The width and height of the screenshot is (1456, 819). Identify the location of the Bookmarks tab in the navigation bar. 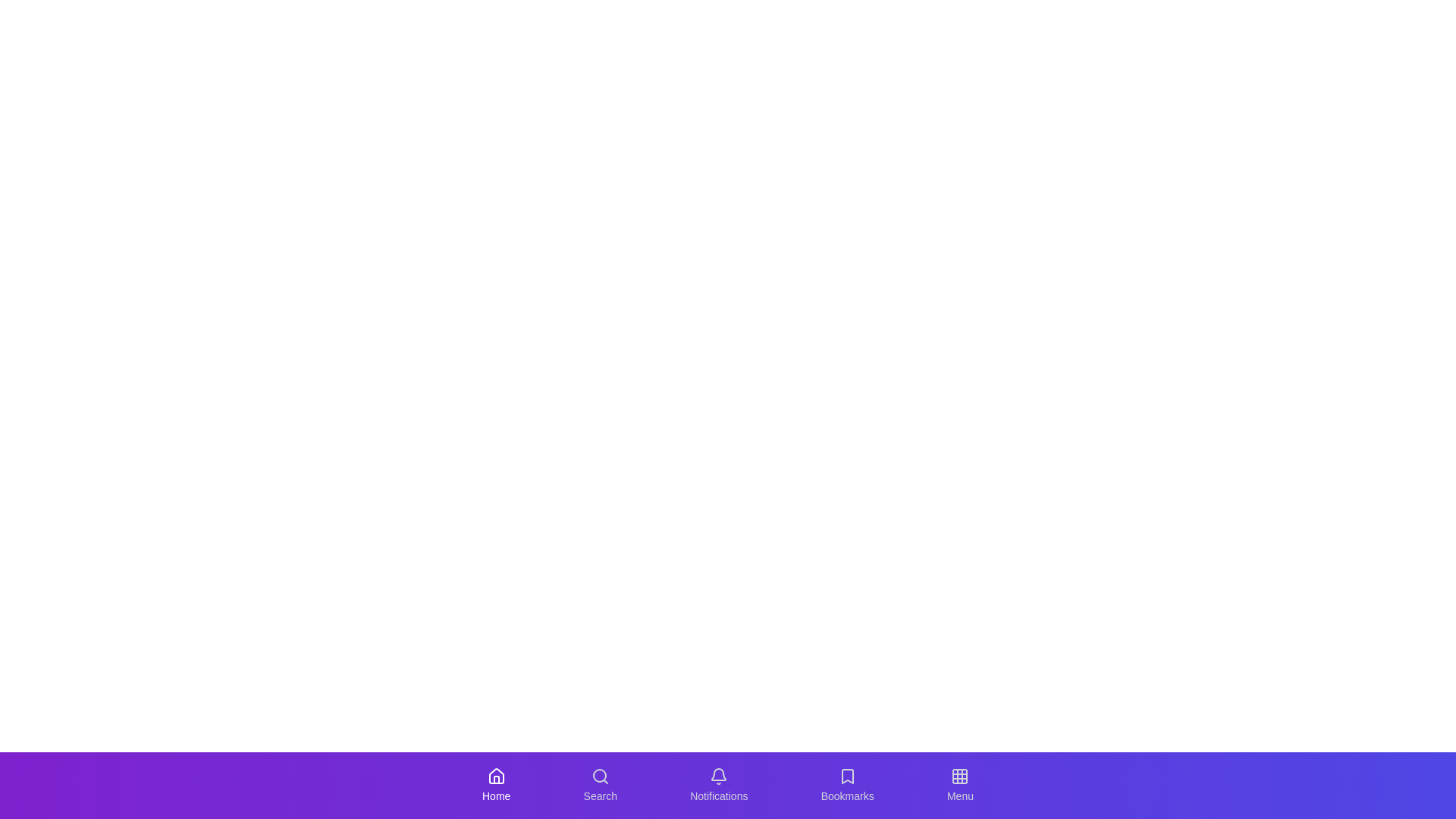
(846, 785).